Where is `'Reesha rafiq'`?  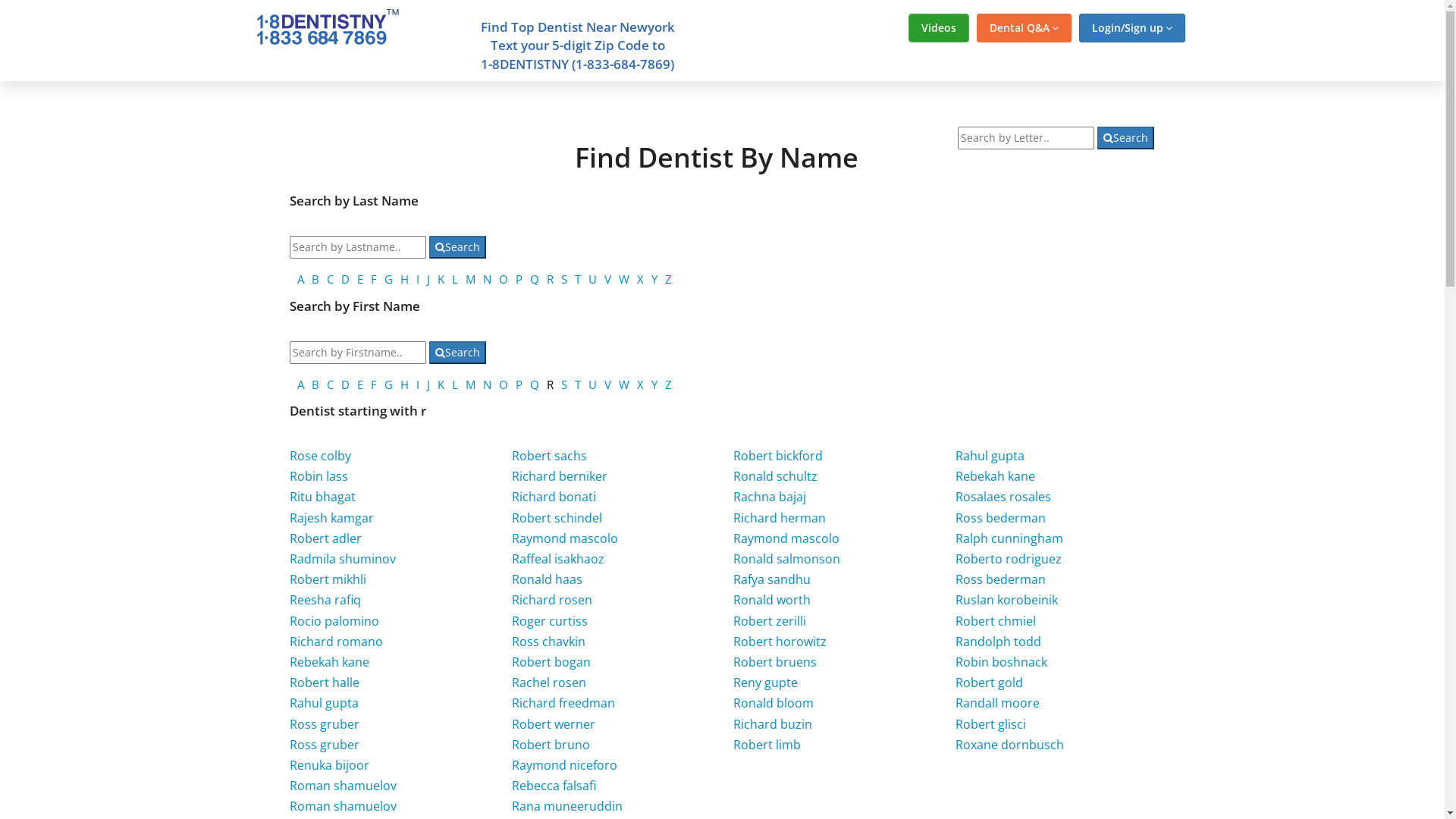 'Reesha rafiq' is located at coordinates (324, 598).